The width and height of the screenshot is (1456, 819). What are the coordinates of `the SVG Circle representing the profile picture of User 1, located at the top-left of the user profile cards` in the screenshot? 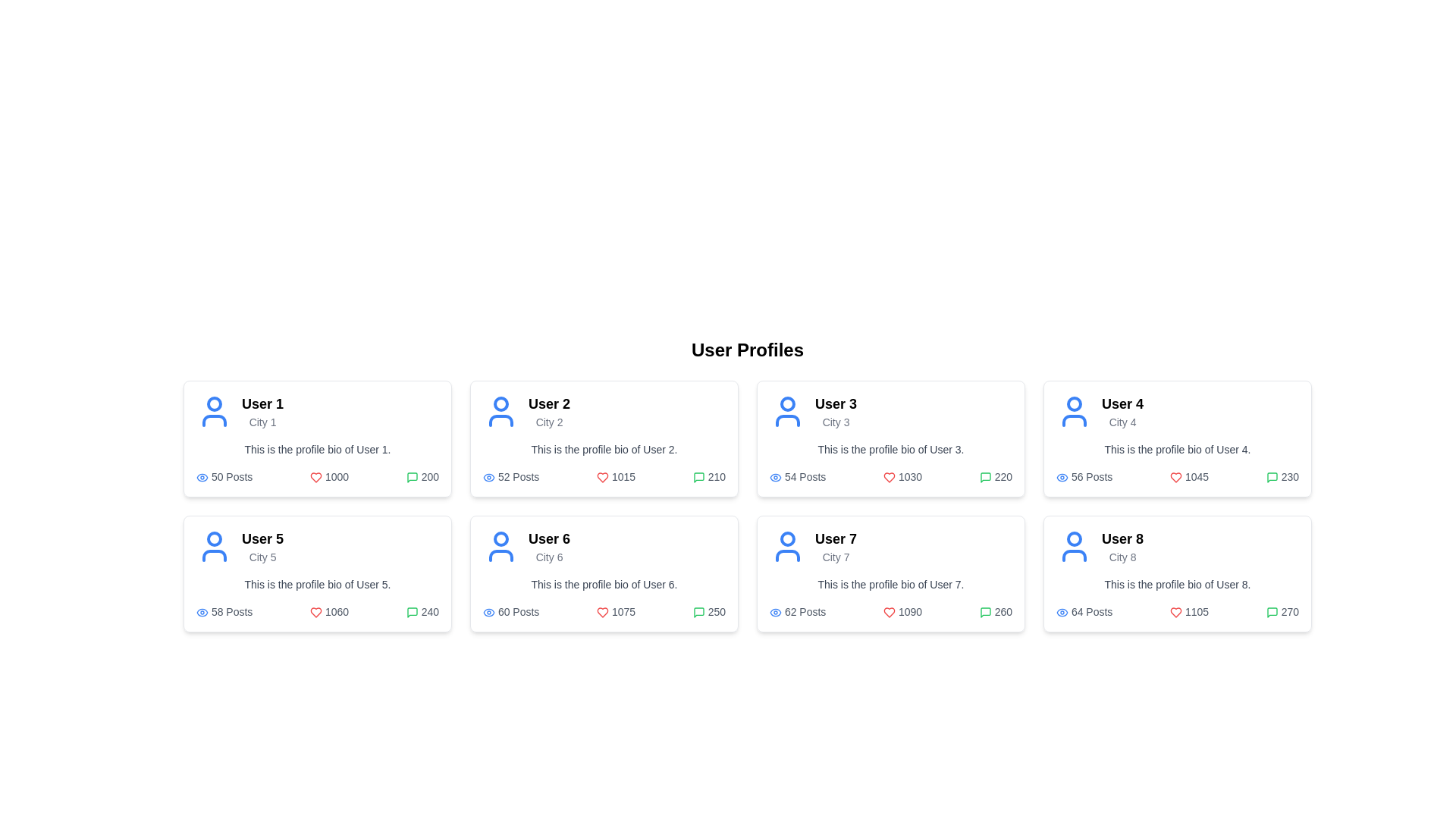 It's located at (214, 403).